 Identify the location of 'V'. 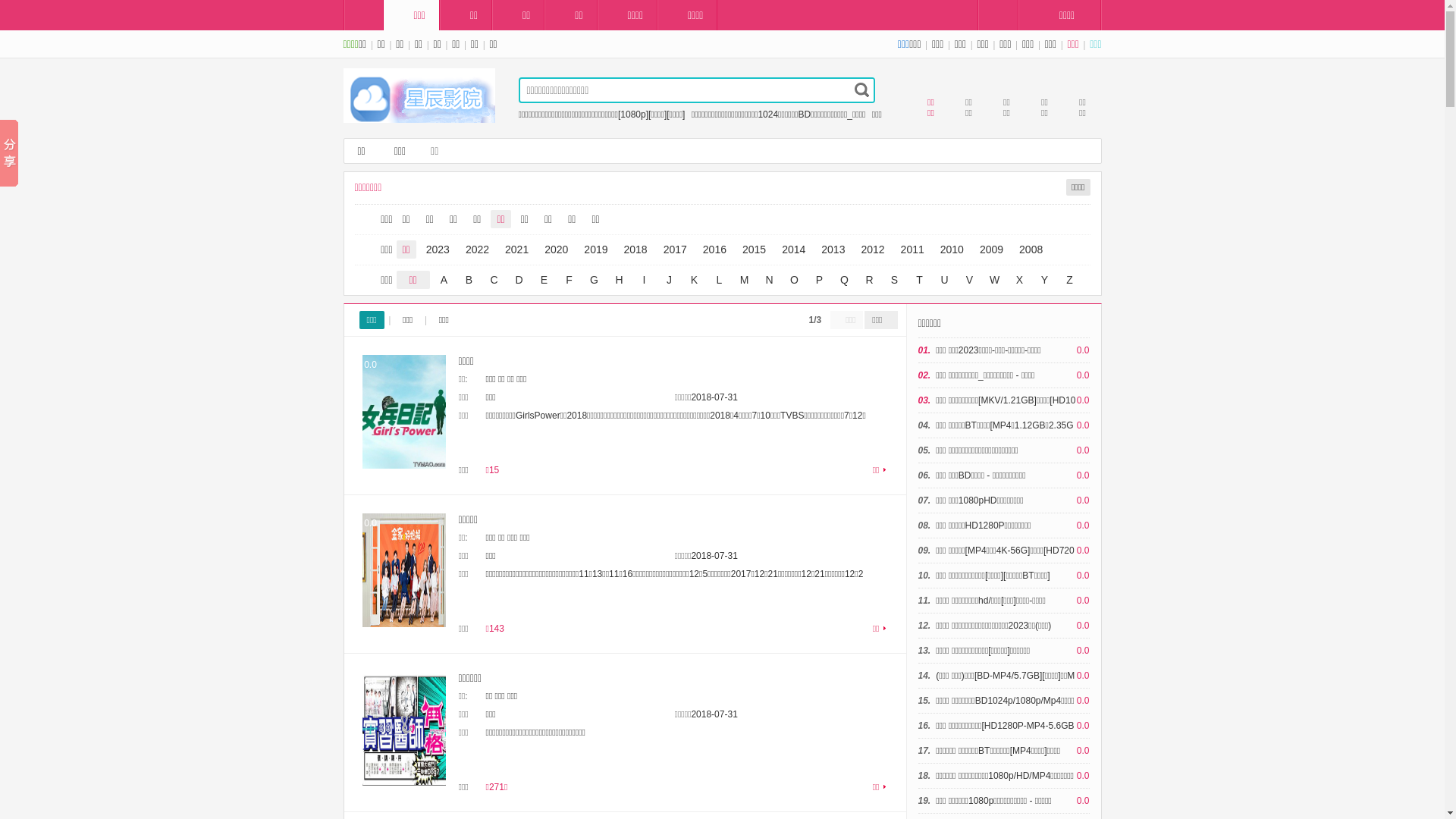
(968, 280).